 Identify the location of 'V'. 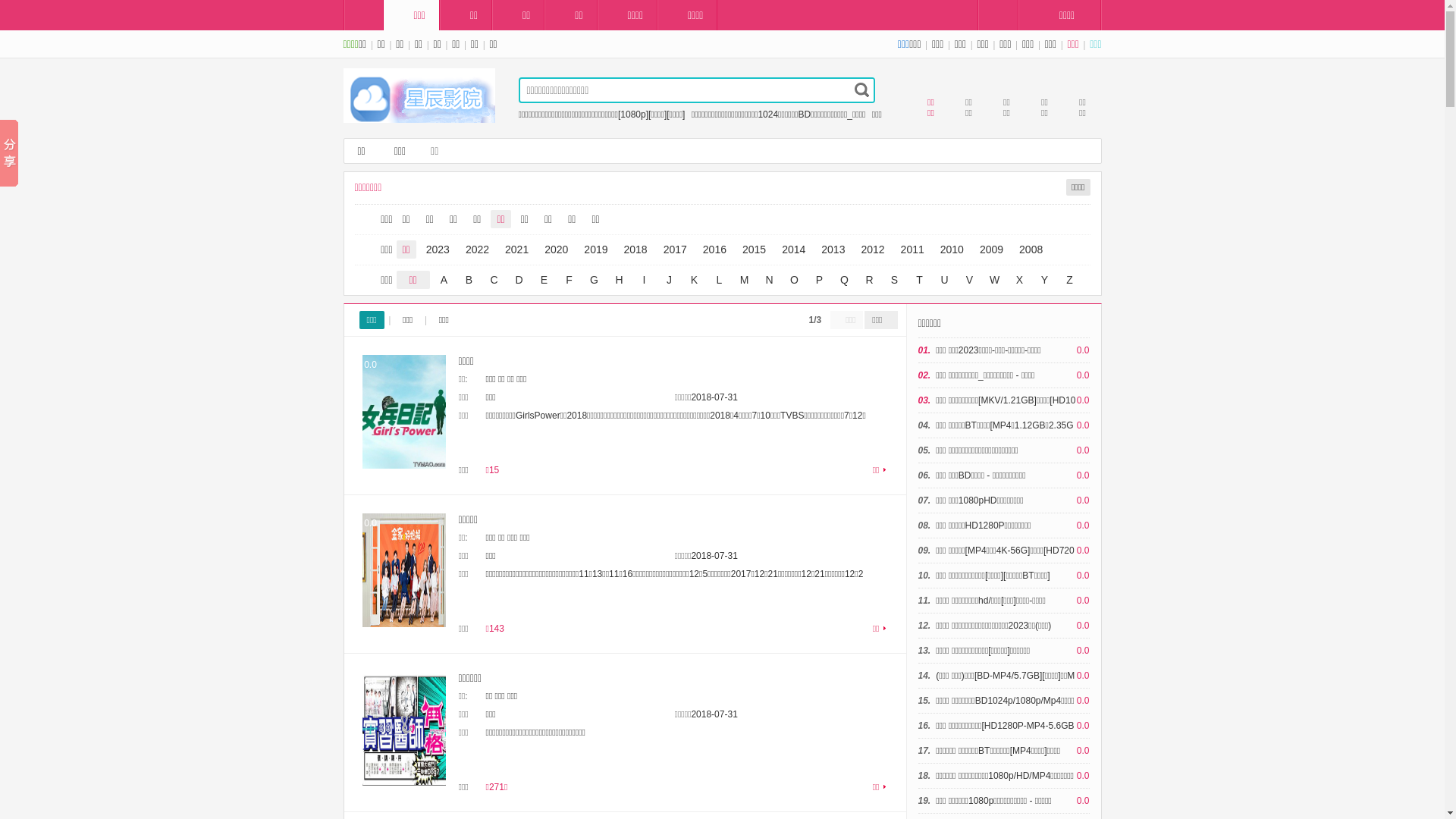
(968, 280).